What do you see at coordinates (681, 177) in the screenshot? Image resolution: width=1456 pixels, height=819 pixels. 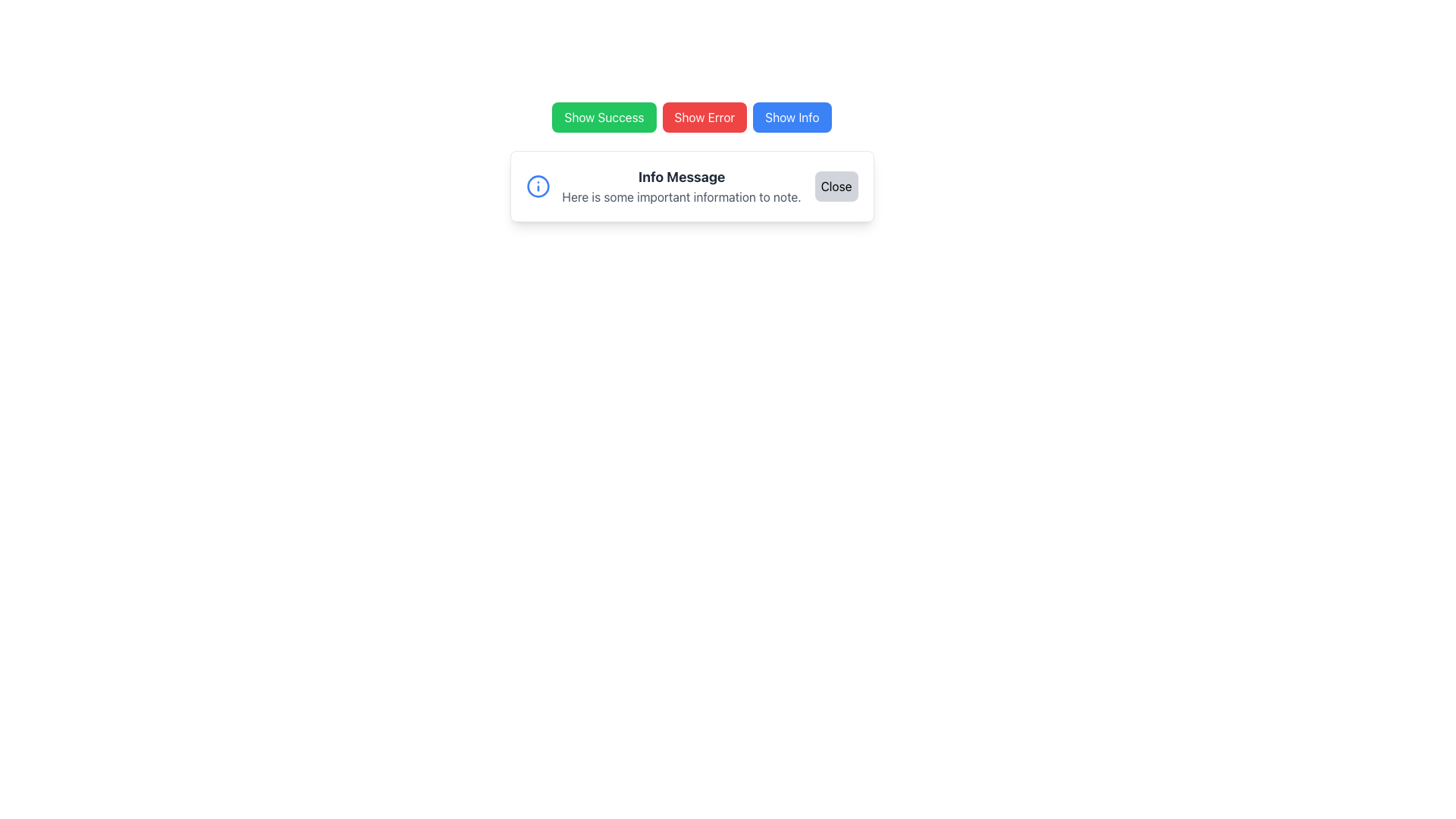 I see `the notification header that summarizes the notification's purpose, positioned at the top of the notification box` at bounding box center [681, 177].